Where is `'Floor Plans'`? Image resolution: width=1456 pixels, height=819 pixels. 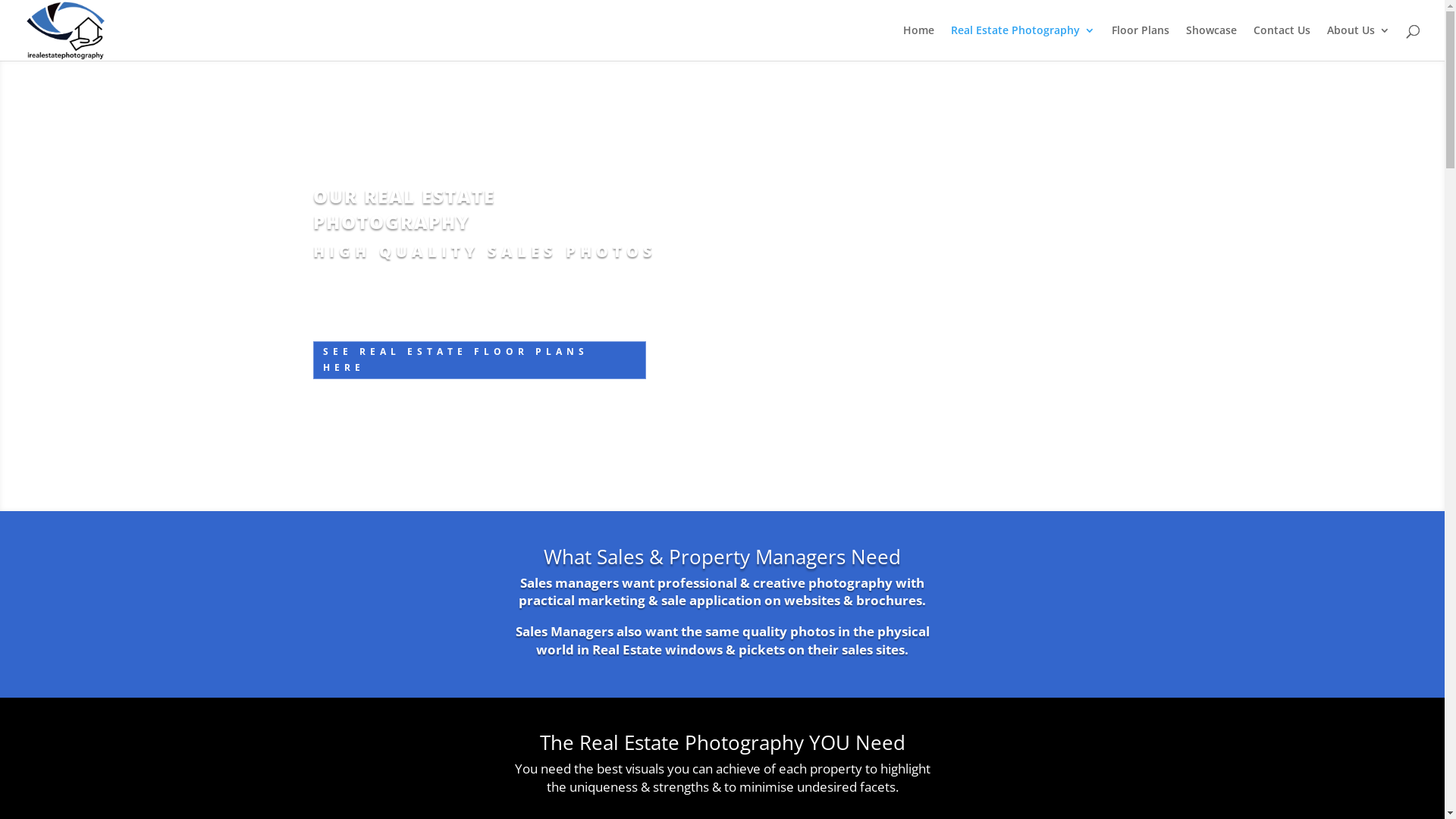 'Floor Plans' is located at coordinates (1140, 42).